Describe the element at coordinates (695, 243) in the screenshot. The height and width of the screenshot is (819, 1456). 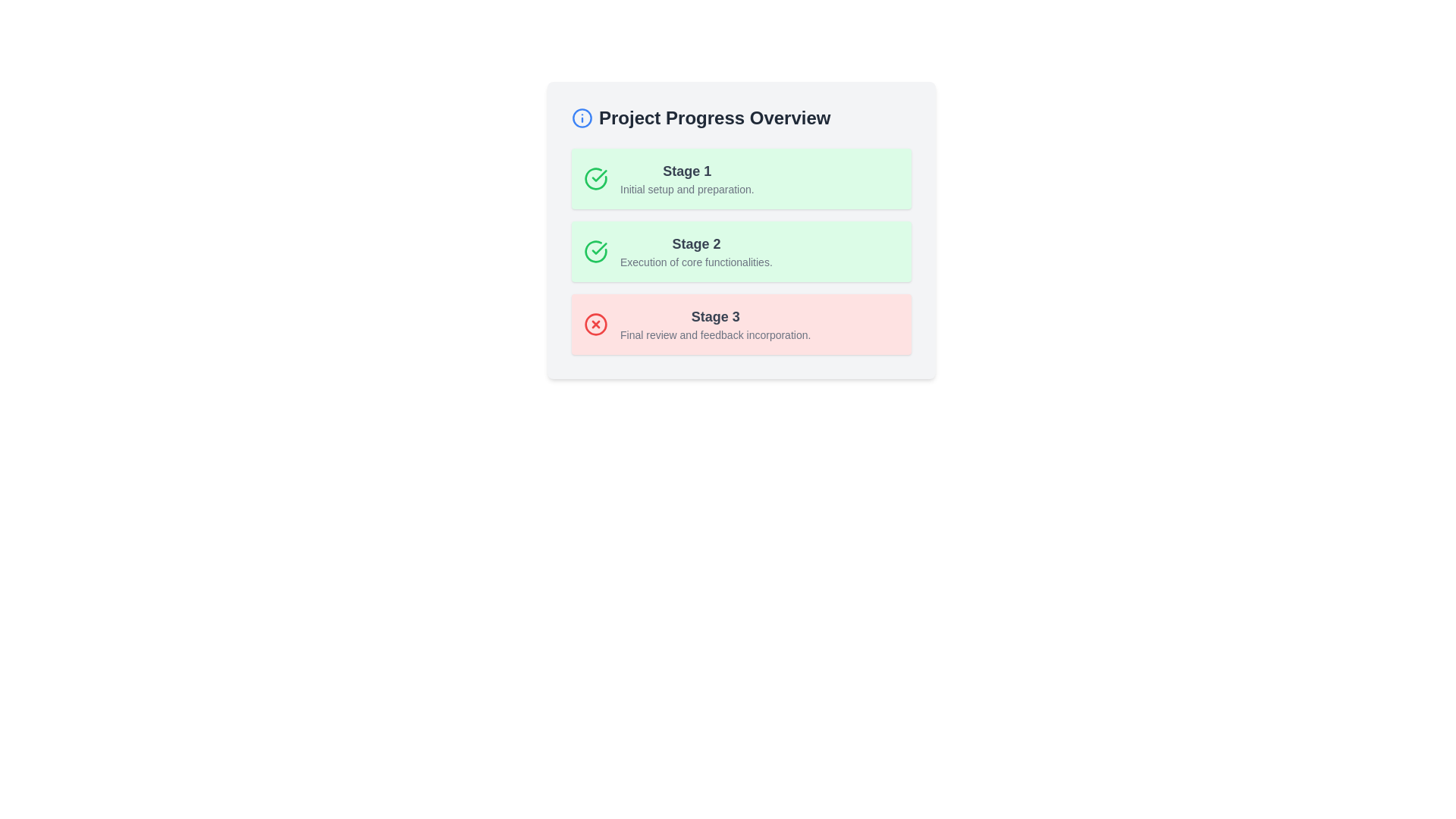
I see `the static text label displaying 'Stage 2' in bold, dark gray font, which is part of a step-by-step progress layout` at that location.